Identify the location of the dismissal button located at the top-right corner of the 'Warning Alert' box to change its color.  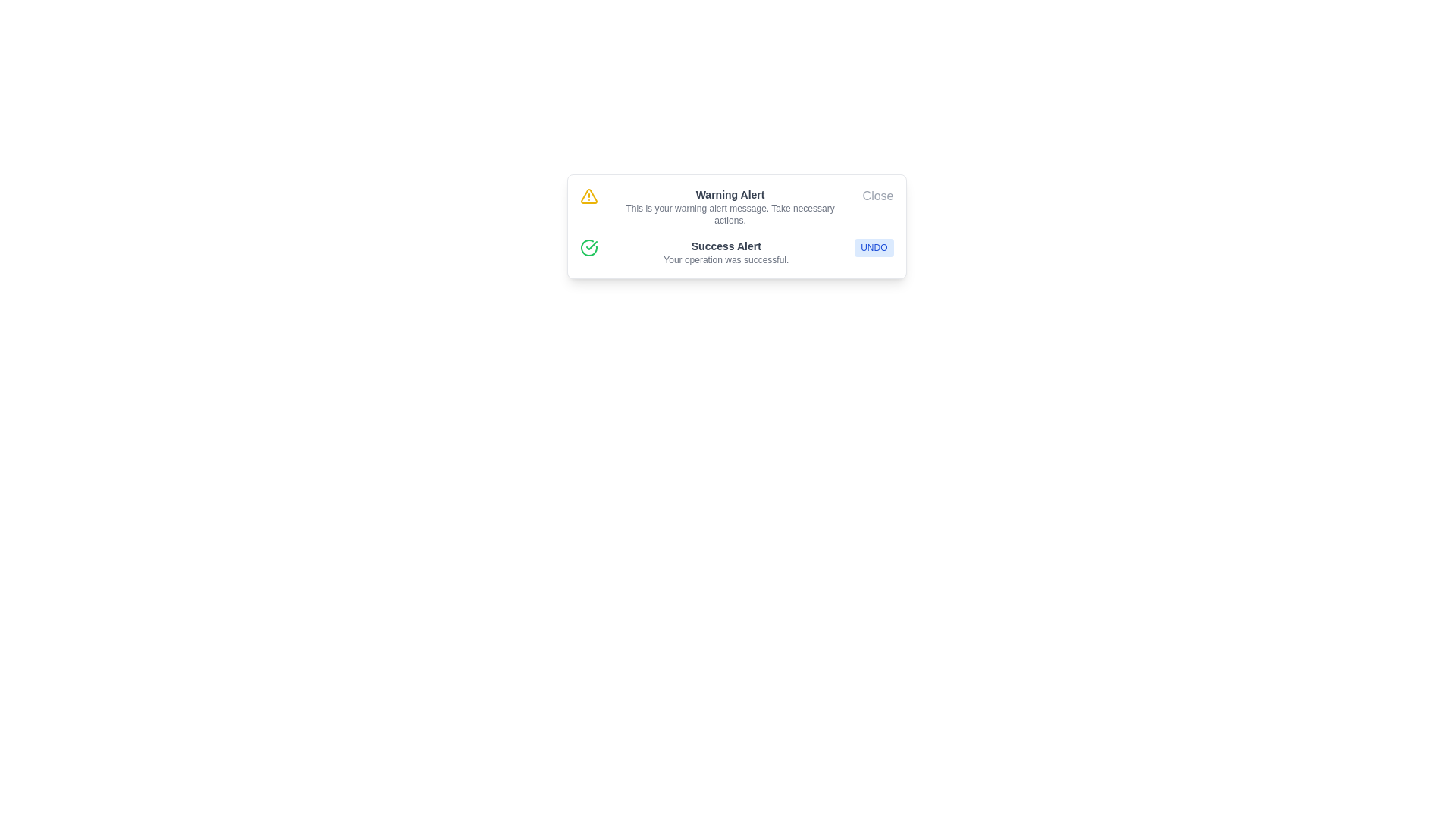
(878, 195).